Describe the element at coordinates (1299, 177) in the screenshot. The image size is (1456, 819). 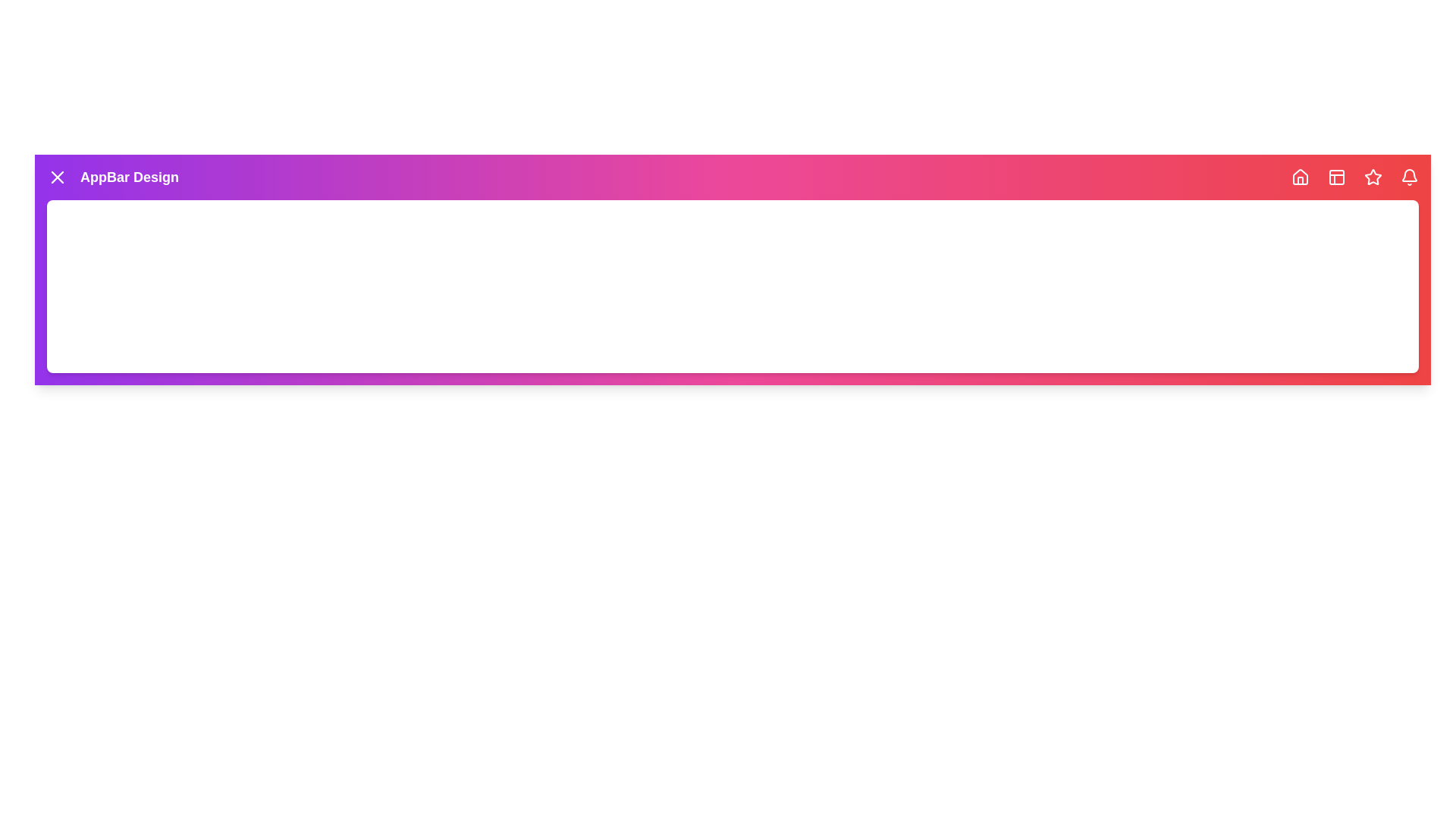
I see `the navigation icon Home` at that location.